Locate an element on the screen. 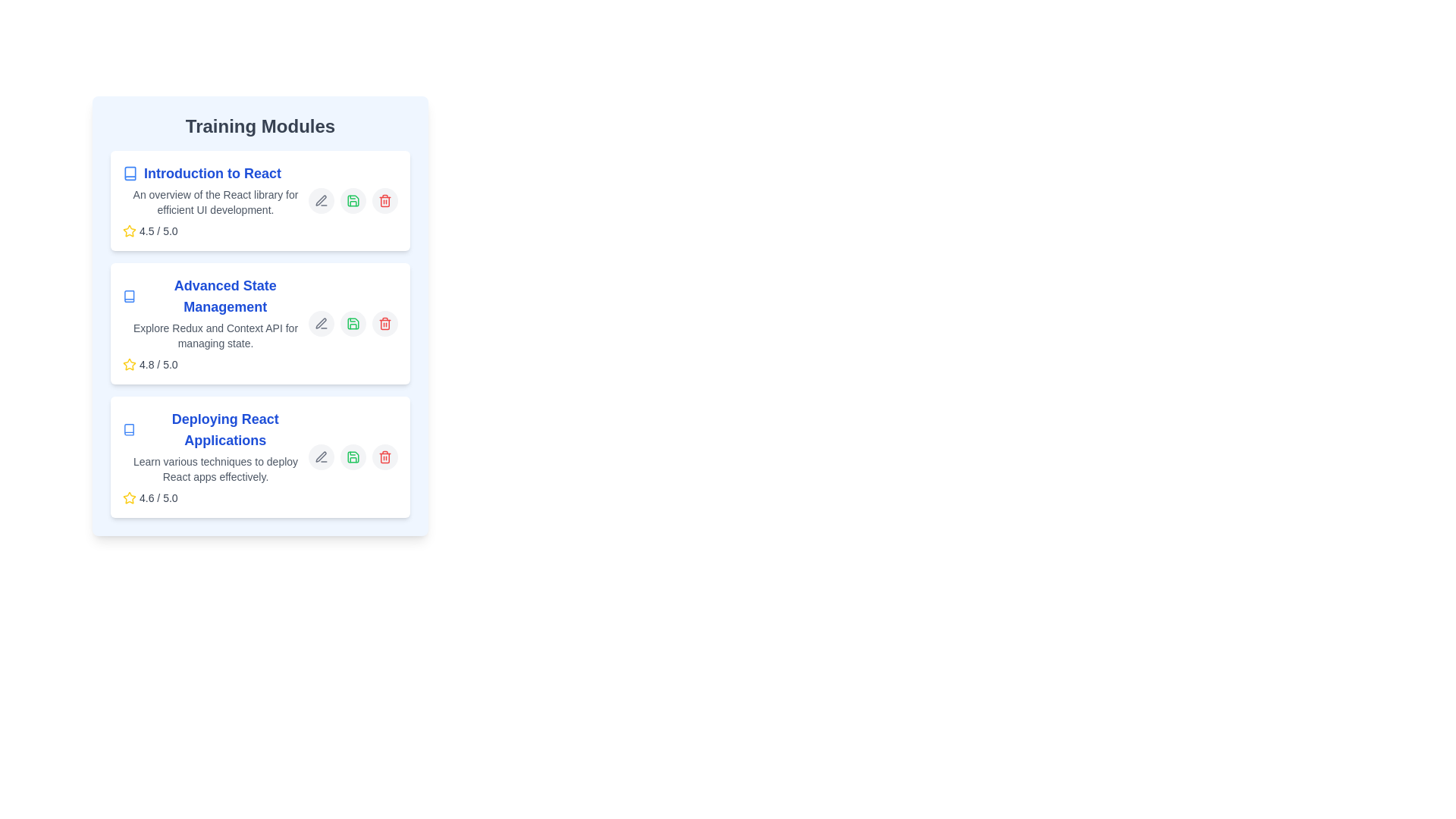  the red trash can icon button located next to 'Introduction to React' is located at coordinates (385, 200).